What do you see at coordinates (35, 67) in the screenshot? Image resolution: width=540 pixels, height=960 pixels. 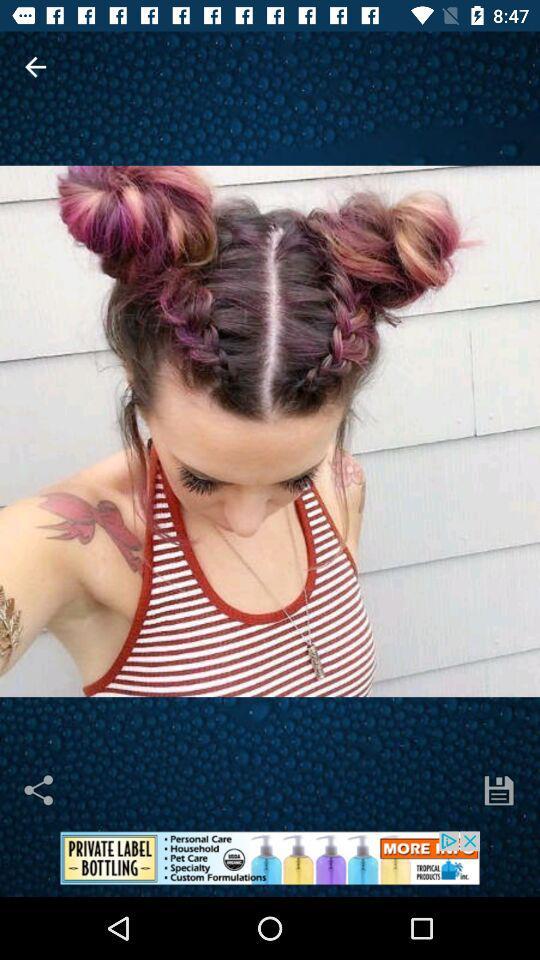 I see `the arrow_backward icon` at bounding box center [35, 67].